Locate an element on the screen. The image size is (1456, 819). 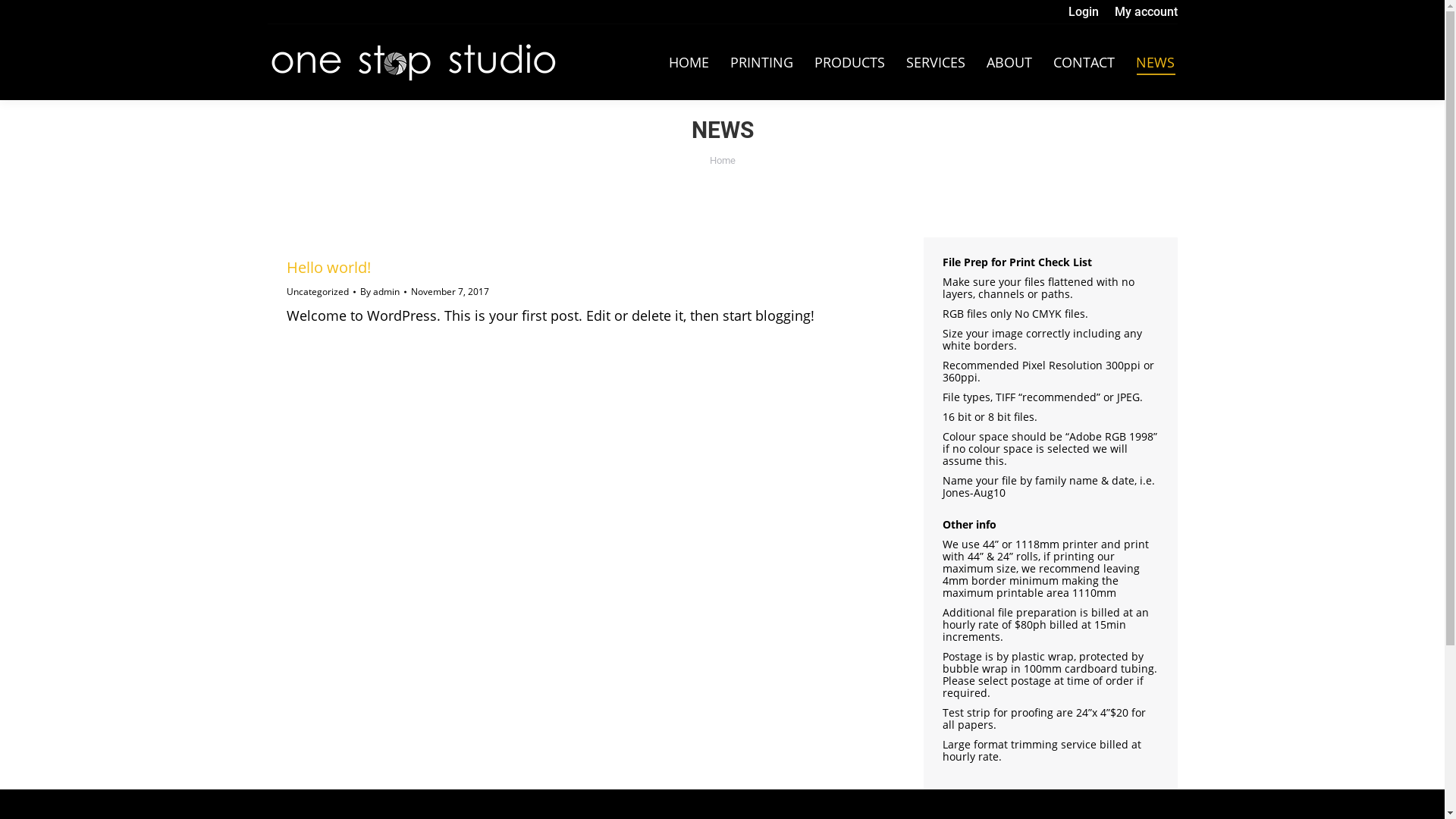
'NEWS' is located at coordinates (1154, 61).